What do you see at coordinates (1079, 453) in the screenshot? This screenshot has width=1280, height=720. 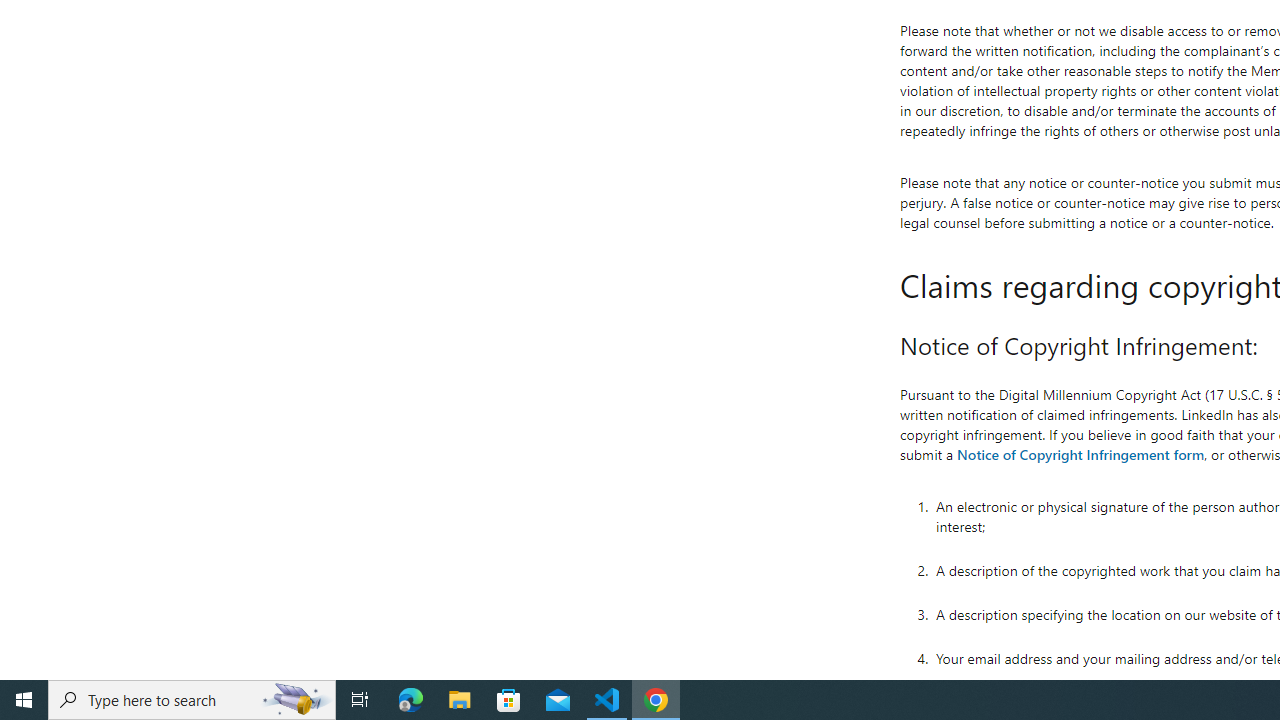 I see `'Notice of Copyright Infringement form'` at bounding box center [1079, 453].